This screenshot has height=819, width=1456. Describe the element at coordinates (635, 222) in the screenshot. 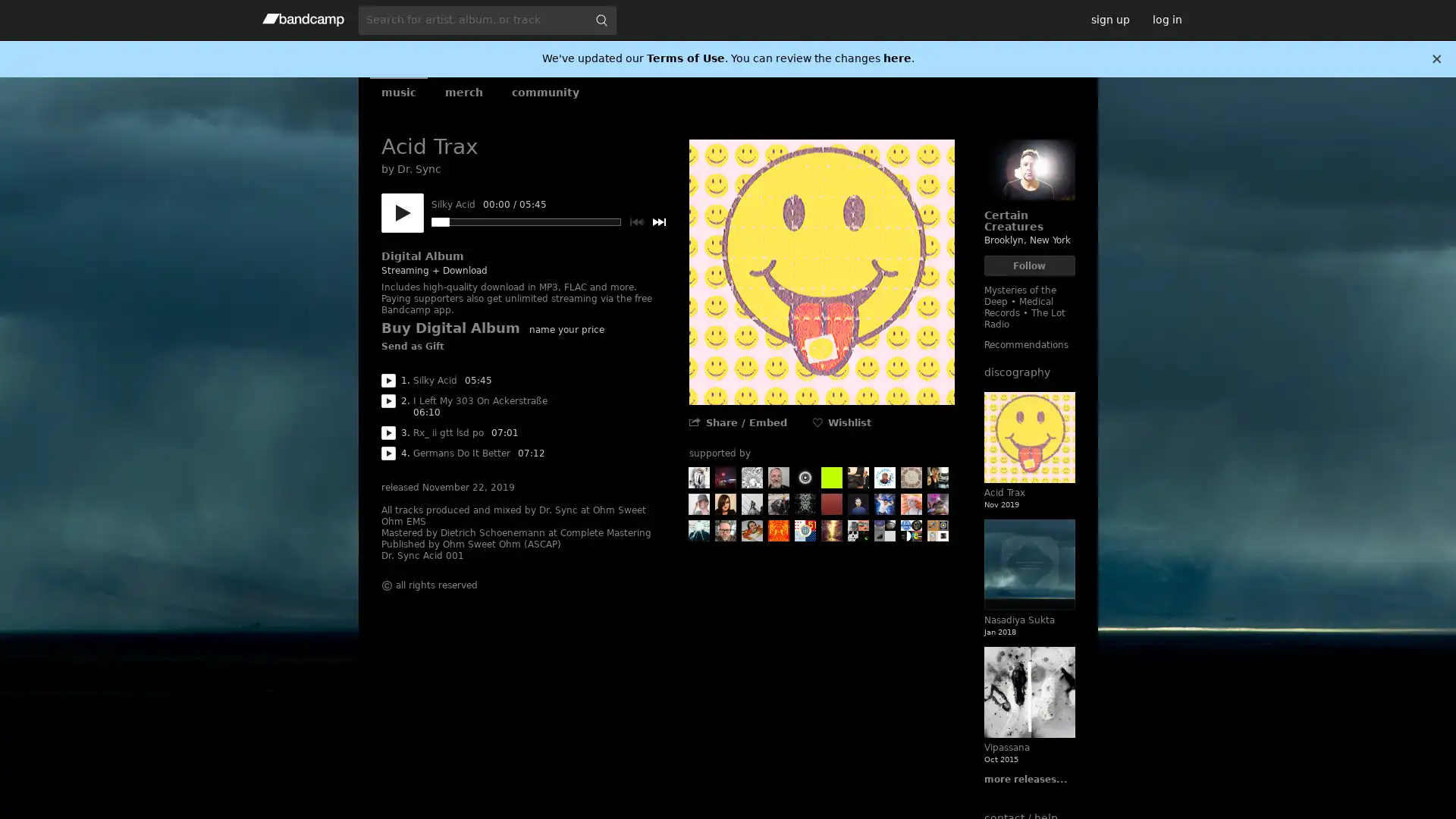

I see `Previous track` at that location.